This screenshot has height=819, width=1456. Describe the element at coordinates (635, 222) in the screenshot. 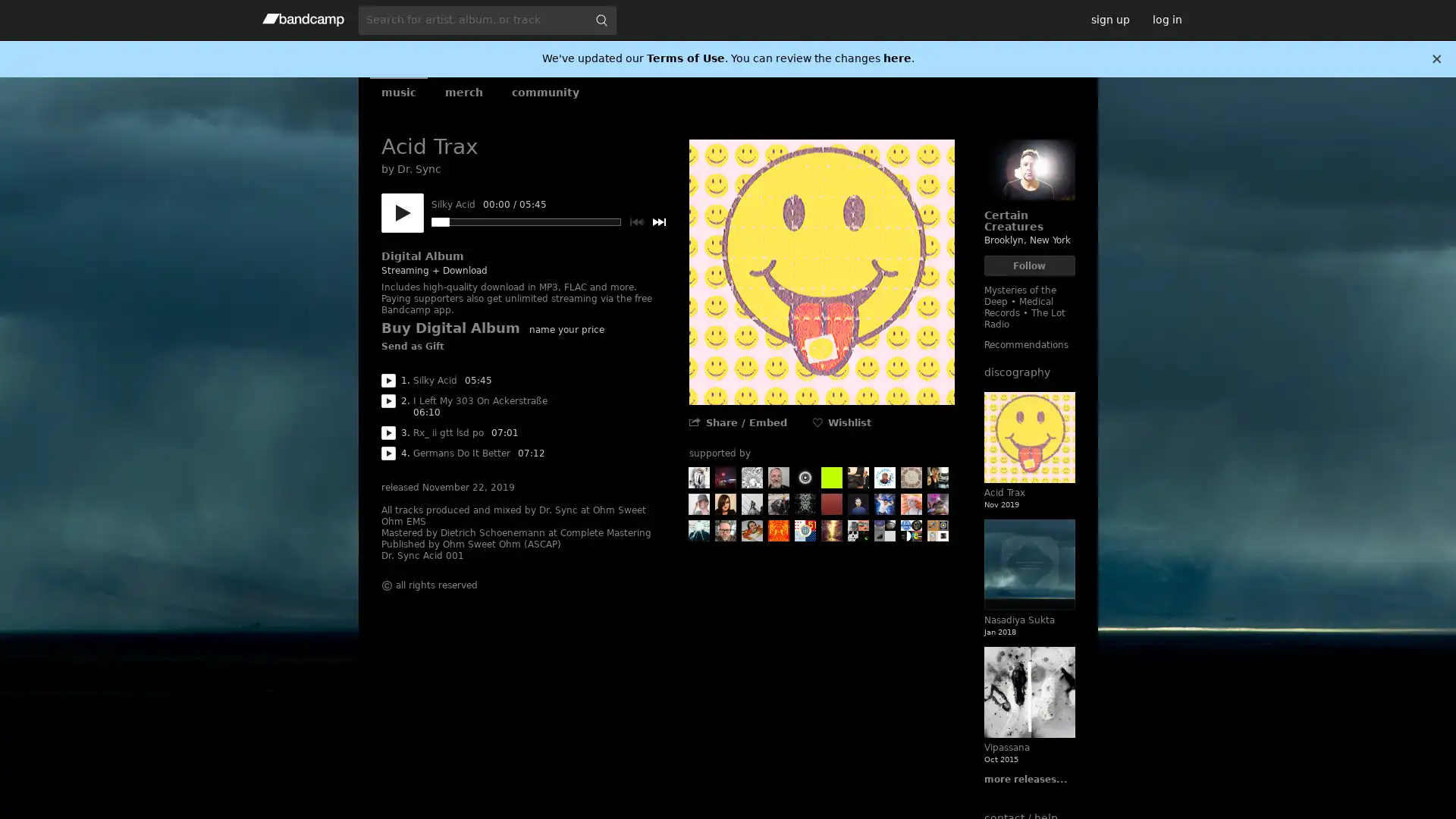

I see `Previous track` at that location.